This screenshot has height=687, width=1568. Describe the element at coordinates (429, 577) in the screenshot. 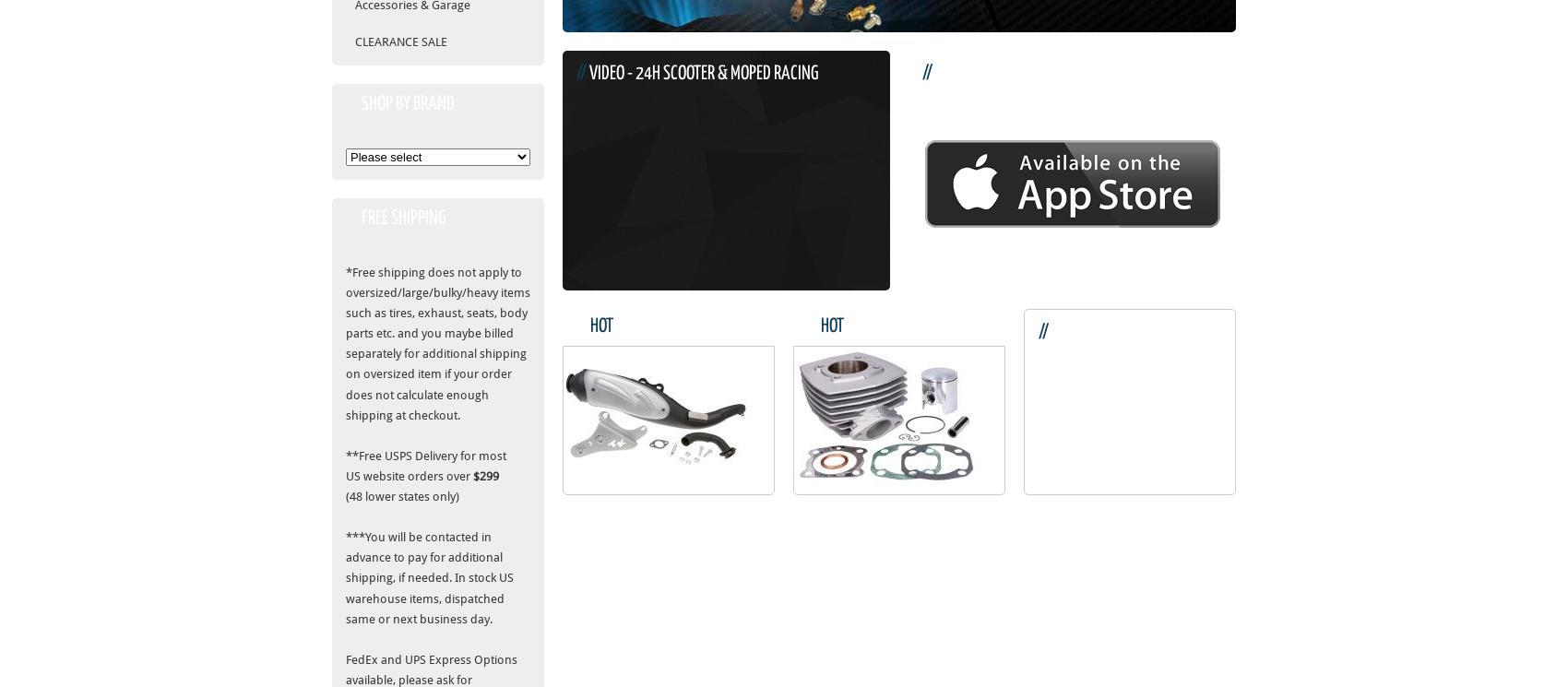

I see `'***You will be contacted in advance to pay for additional shipping, if needed.   
In stock US warehouse items, dispatched same or next business day.'` at that location.